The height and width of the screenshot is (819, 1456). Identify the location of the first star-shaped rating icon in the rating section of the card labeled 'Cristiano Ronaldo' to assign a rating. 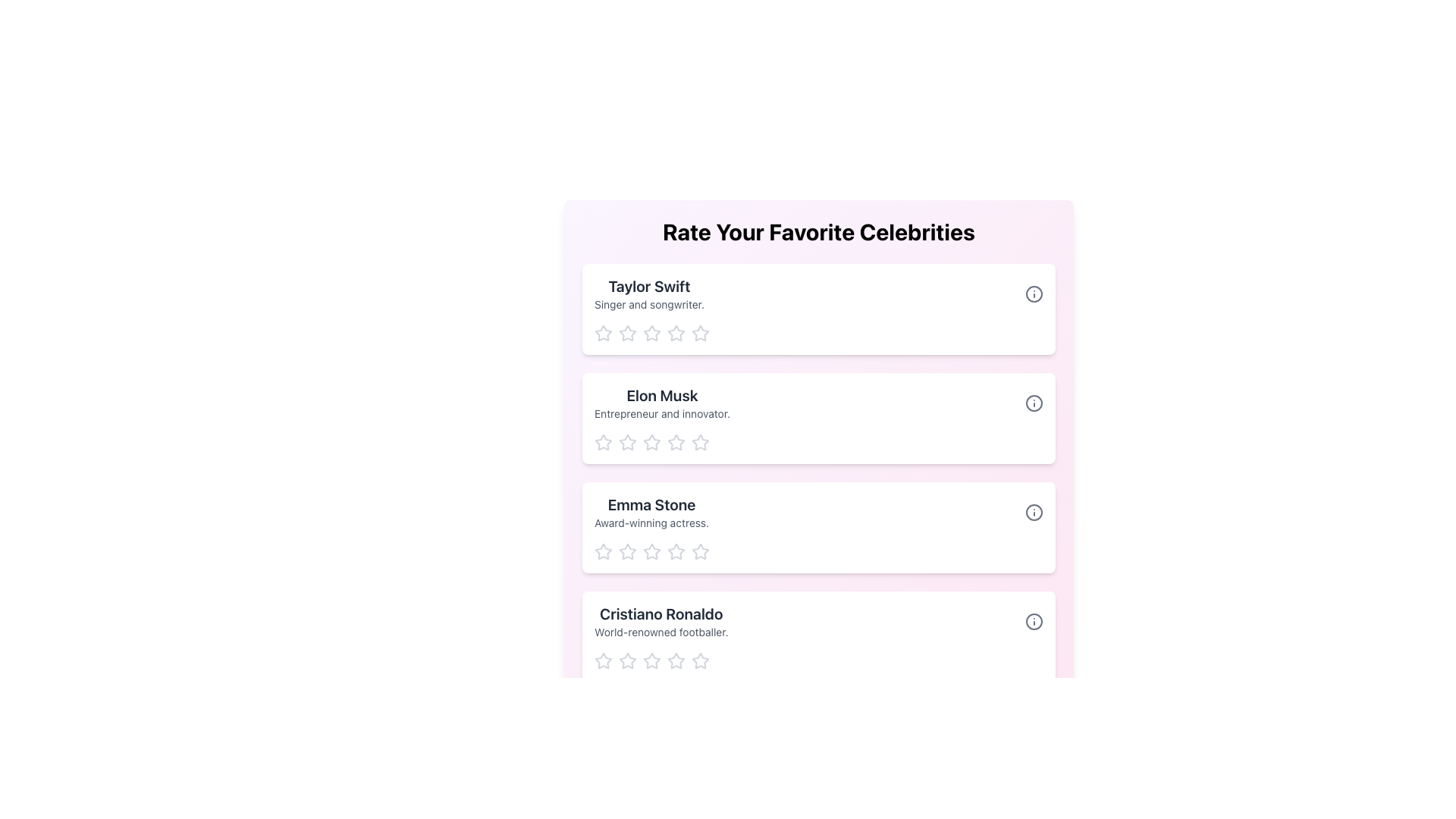
(603, 660).